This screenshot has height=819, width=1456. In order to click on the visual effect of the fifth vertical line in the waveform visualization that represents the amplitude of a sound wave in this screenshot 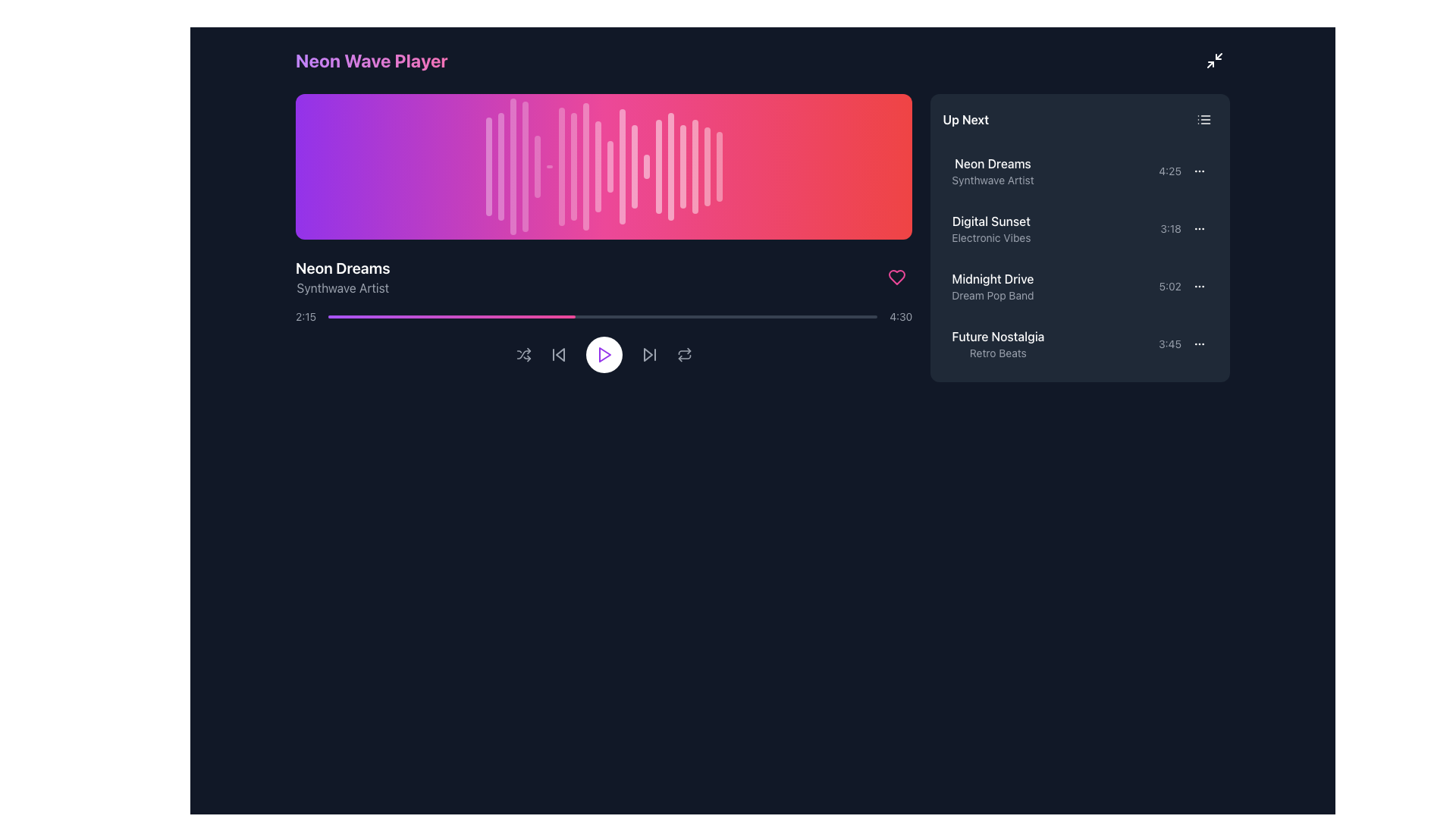, I will do `click(537, 166)`.